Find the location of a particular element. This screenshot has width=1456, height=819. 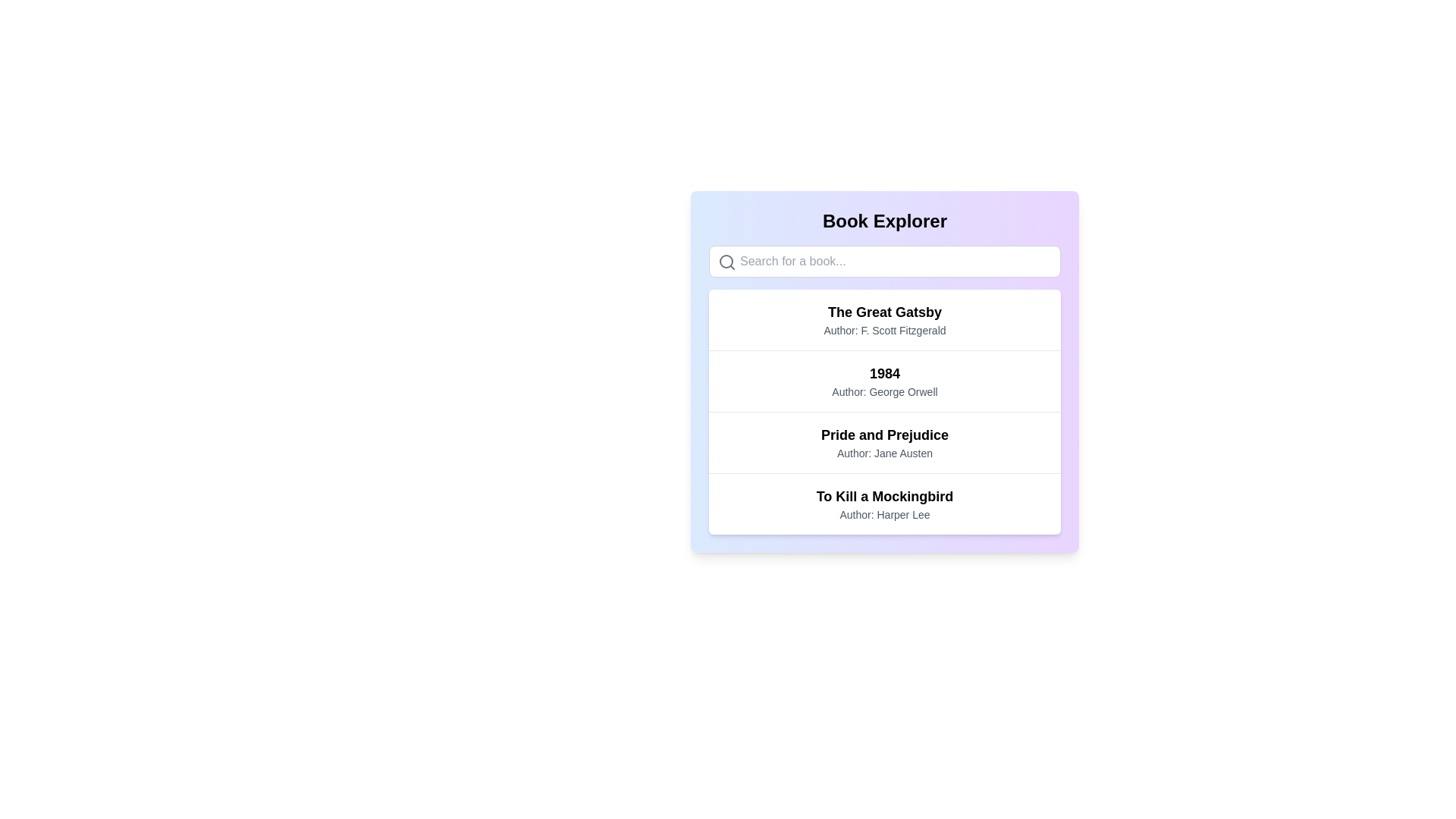

the text label displaying the author information for 'The Great Gatsby', located directly beneath the book title in the first item of the vertically listed book entries is located at coordinates (884, 329).